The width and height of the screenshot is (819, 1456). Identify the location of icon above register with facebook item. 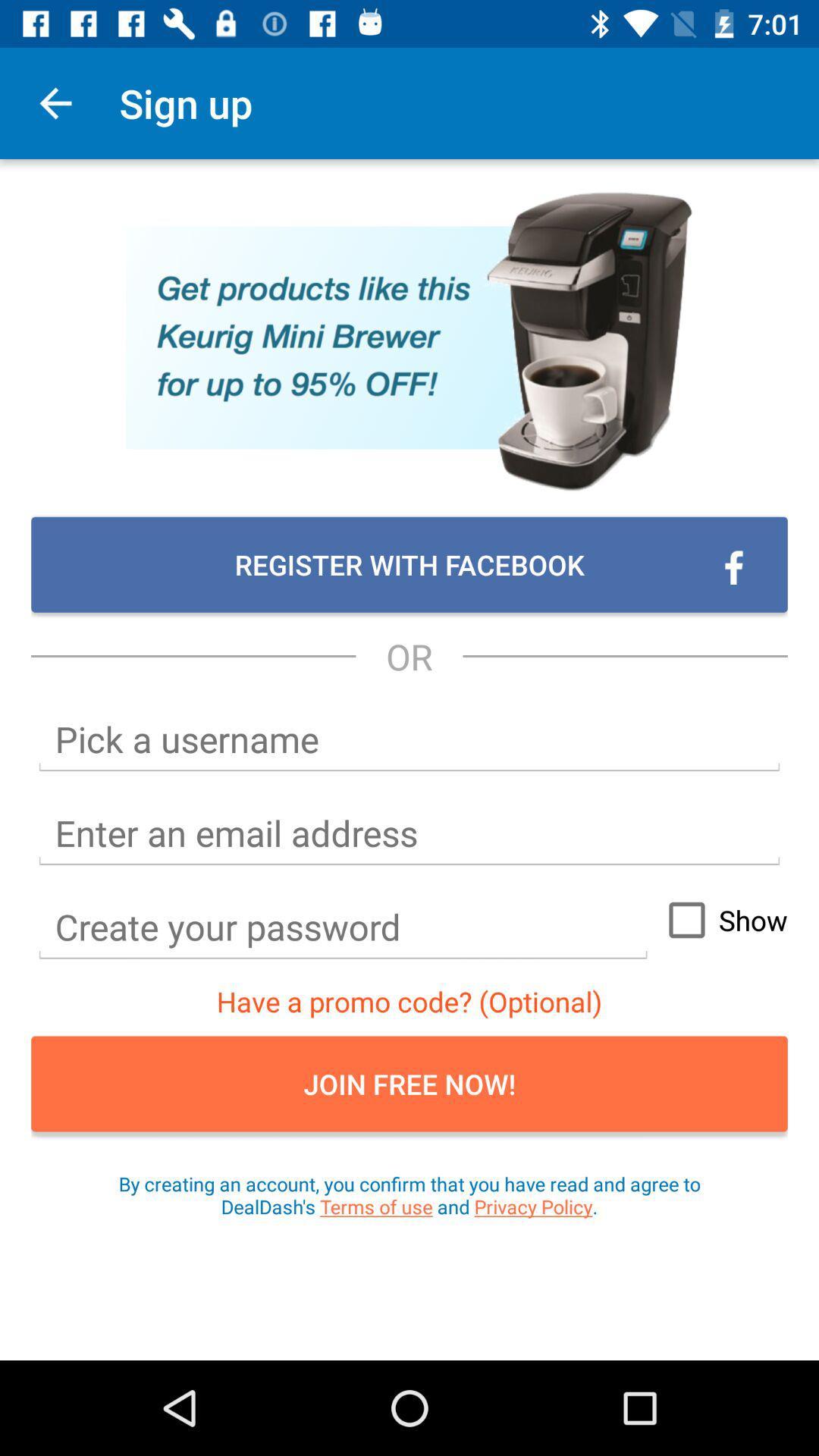
(55, 102).